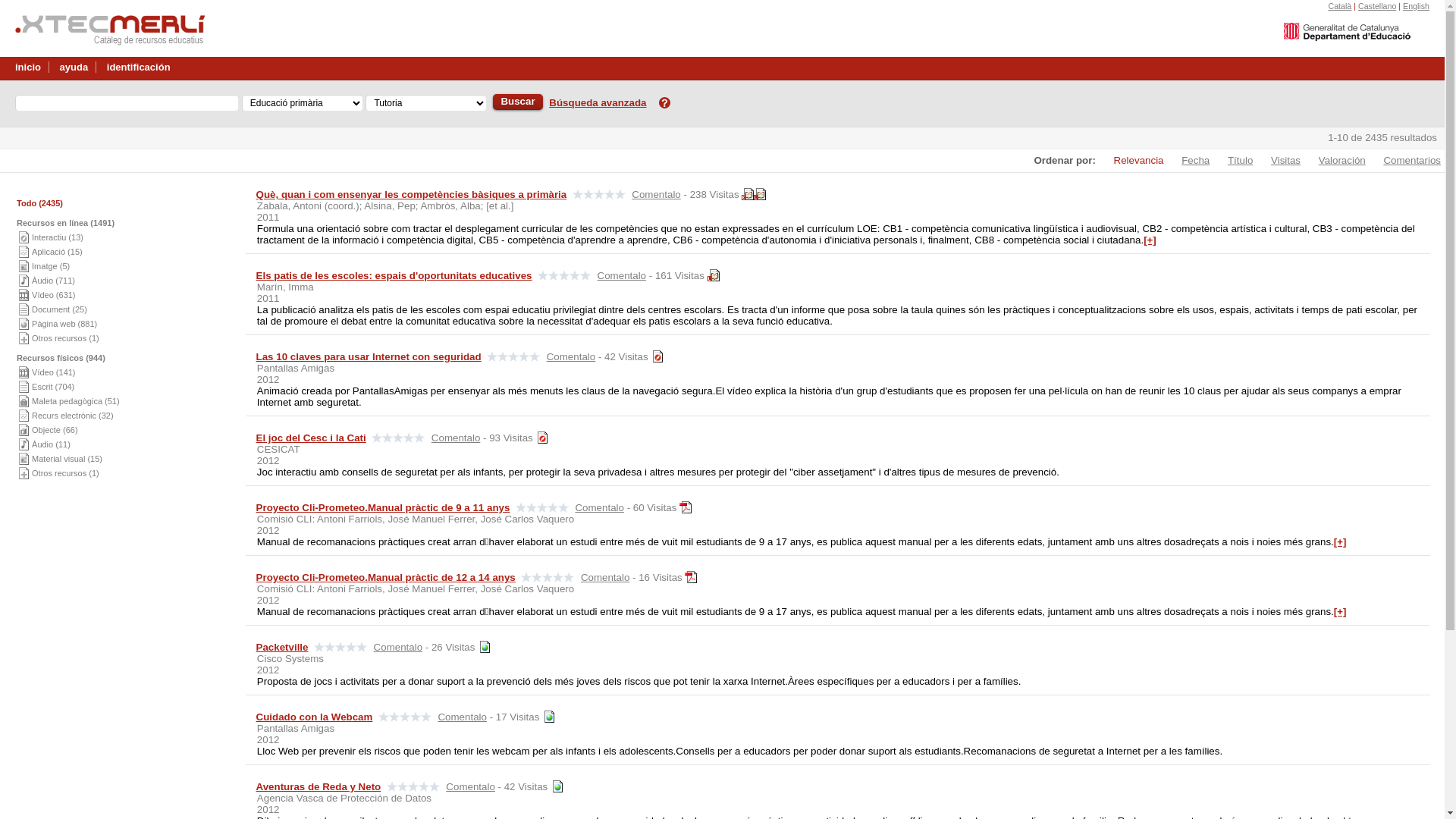 The width and height of the screenshot is (1456, 819). What do you see at coordinates (318, 786) in the screenshot?
I see `'Aventuras de Reda y Neto'` at bounding box center [318, 786].